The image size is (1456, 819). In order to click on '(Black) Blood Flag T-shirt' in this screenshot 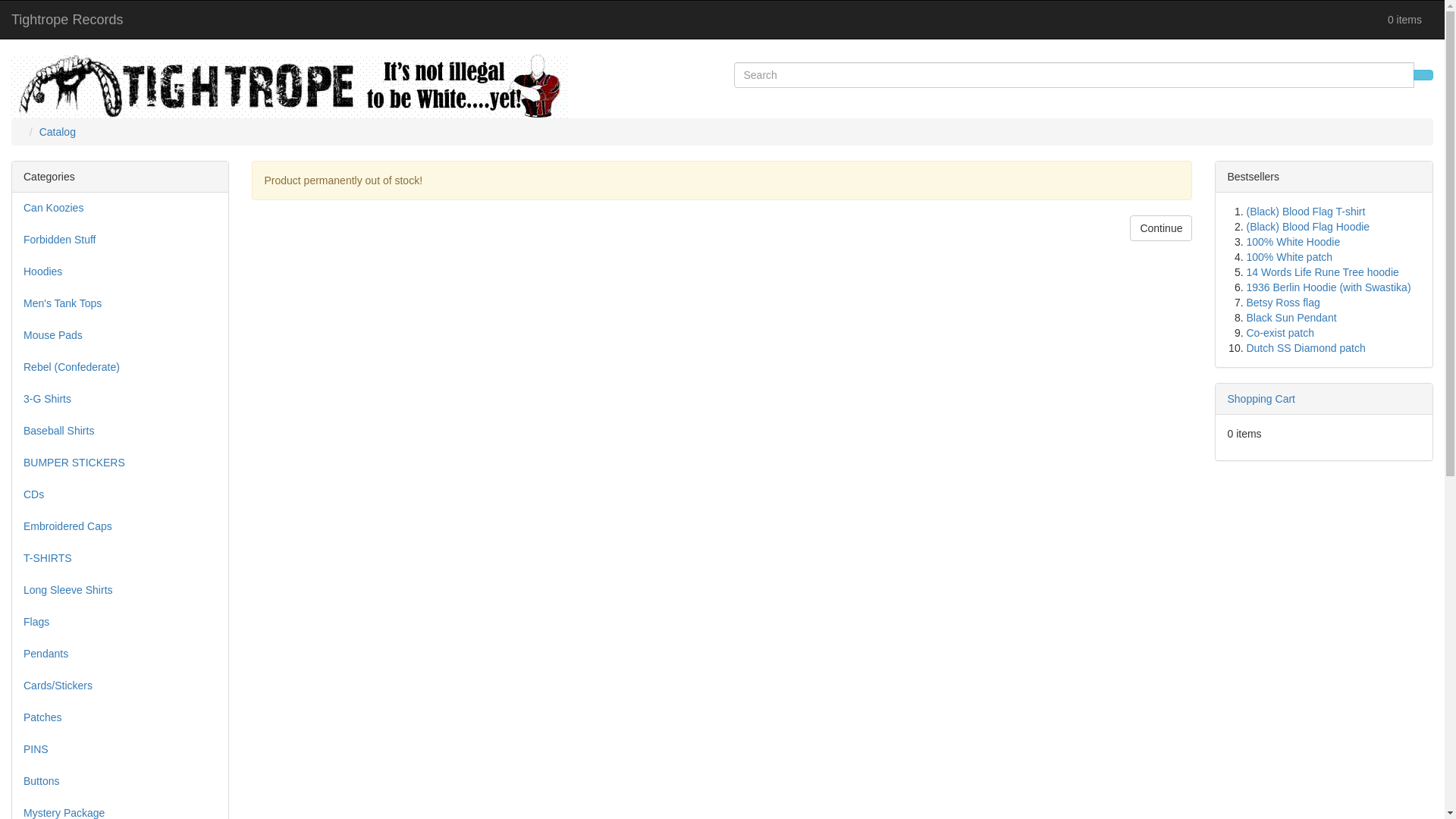, I will do `click(1304, 211)`.